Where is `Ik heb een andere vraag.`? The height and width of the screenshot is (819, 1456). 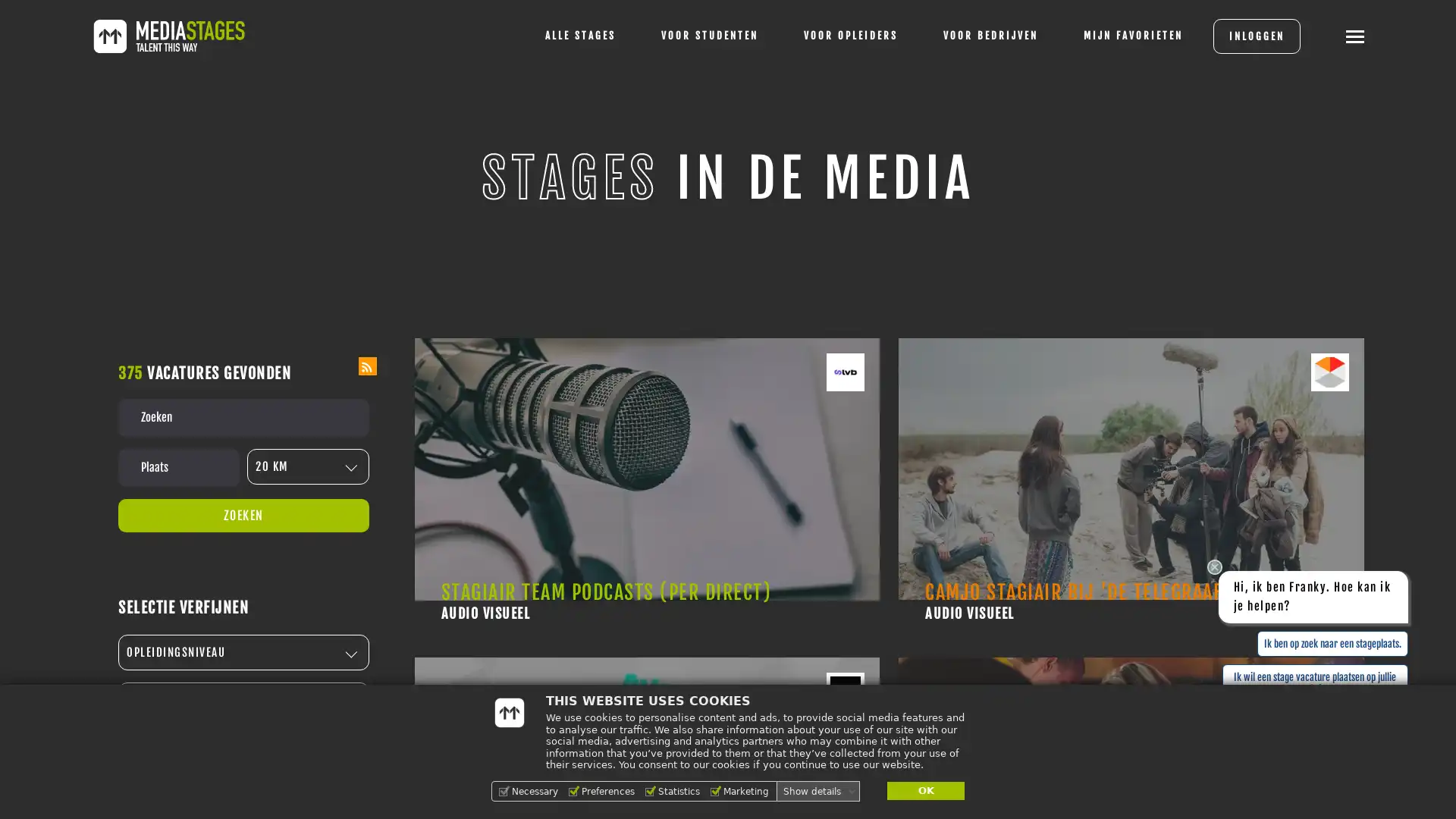
Ik heb een andere vraag. is located at coordinates (1353, 721).